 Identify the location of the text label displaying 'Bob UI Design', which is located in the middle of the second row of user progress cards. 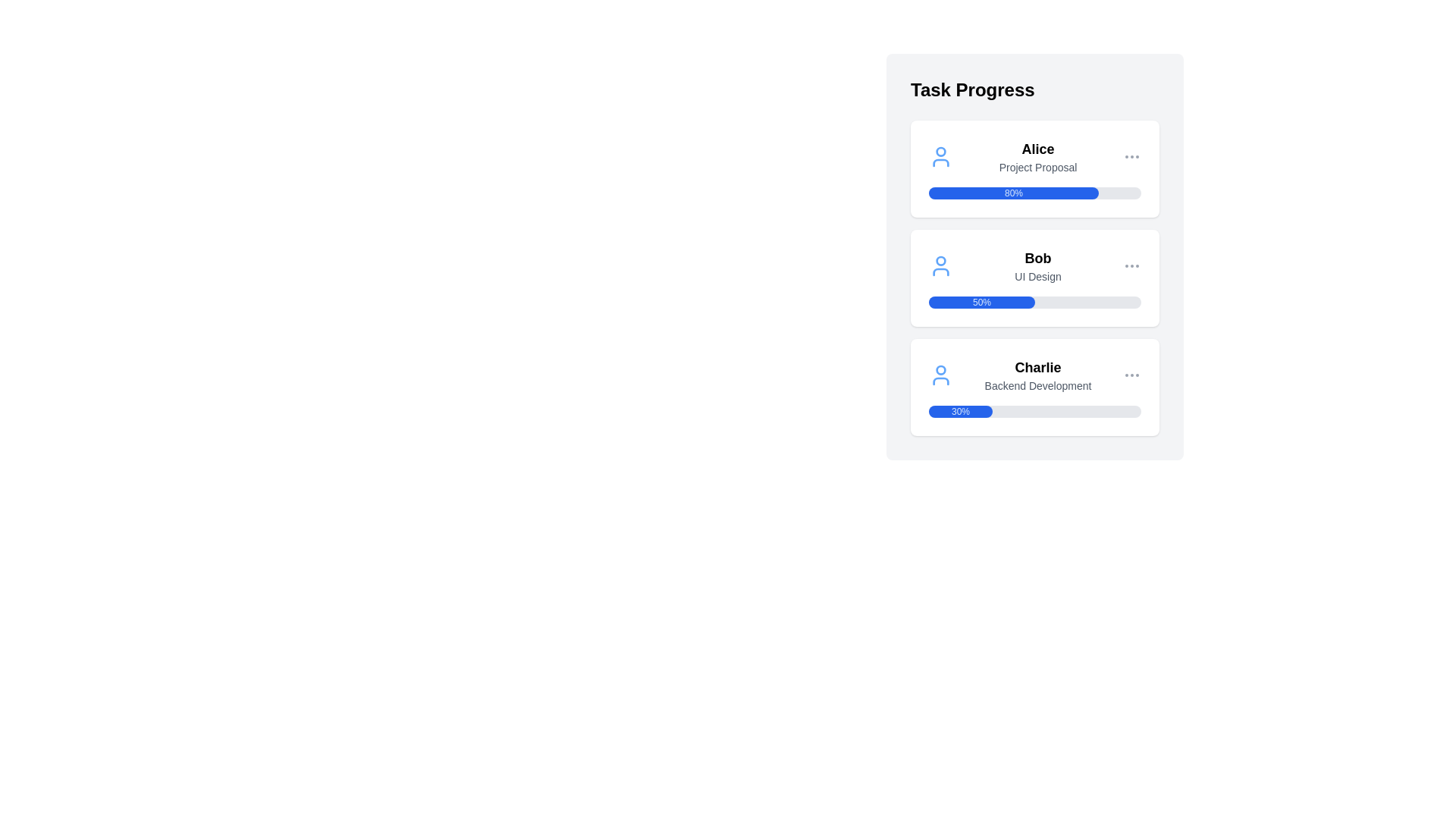
(1037, 265).